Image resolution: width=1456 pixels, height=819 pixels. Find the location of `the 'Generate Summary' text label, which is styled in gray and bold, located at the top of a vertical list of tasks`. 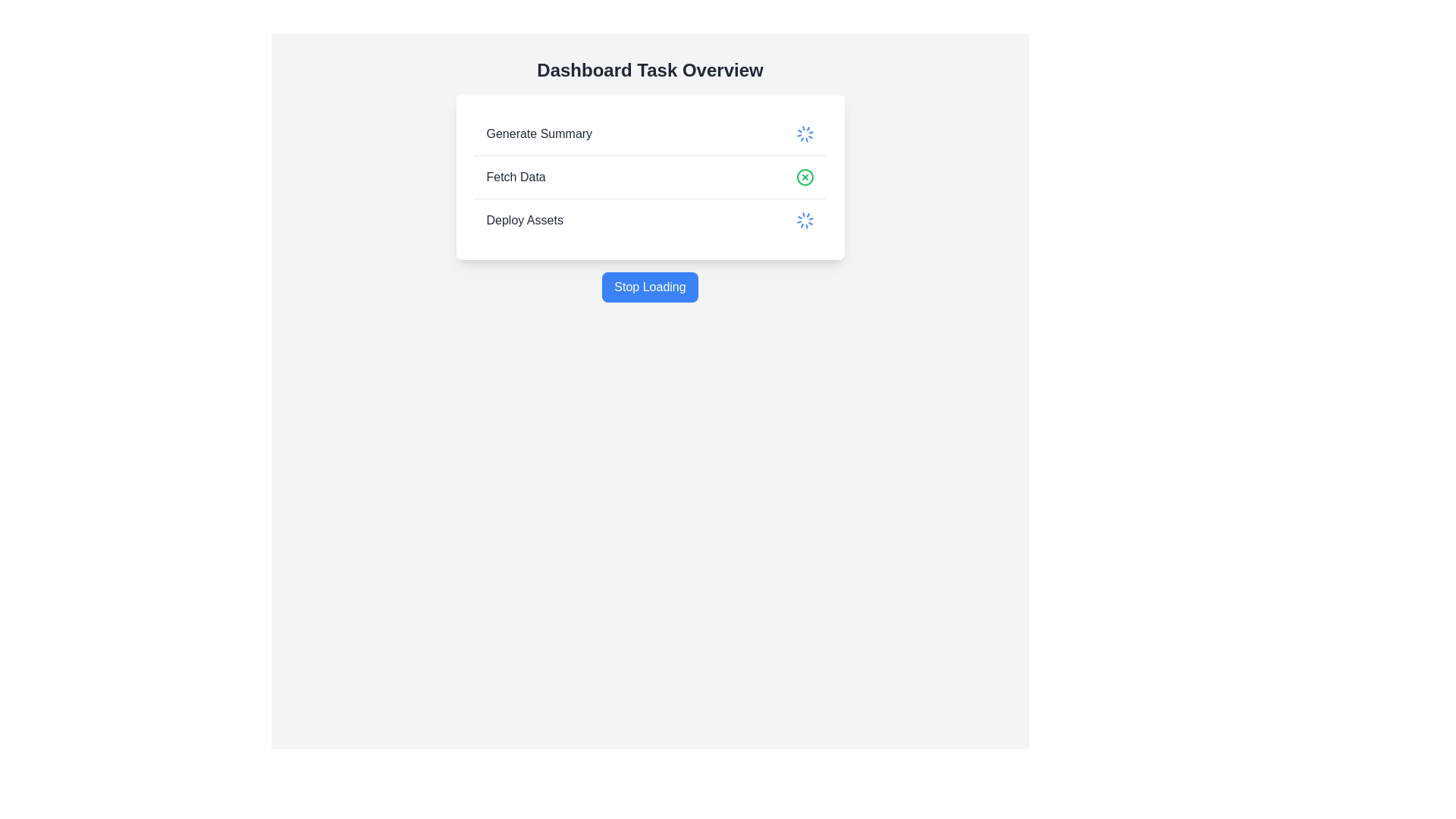

the 'Generate Summary' text label, which is styled in gray and bold, located at the top of a vertical list of tasks is located at coordinates (539, 133).